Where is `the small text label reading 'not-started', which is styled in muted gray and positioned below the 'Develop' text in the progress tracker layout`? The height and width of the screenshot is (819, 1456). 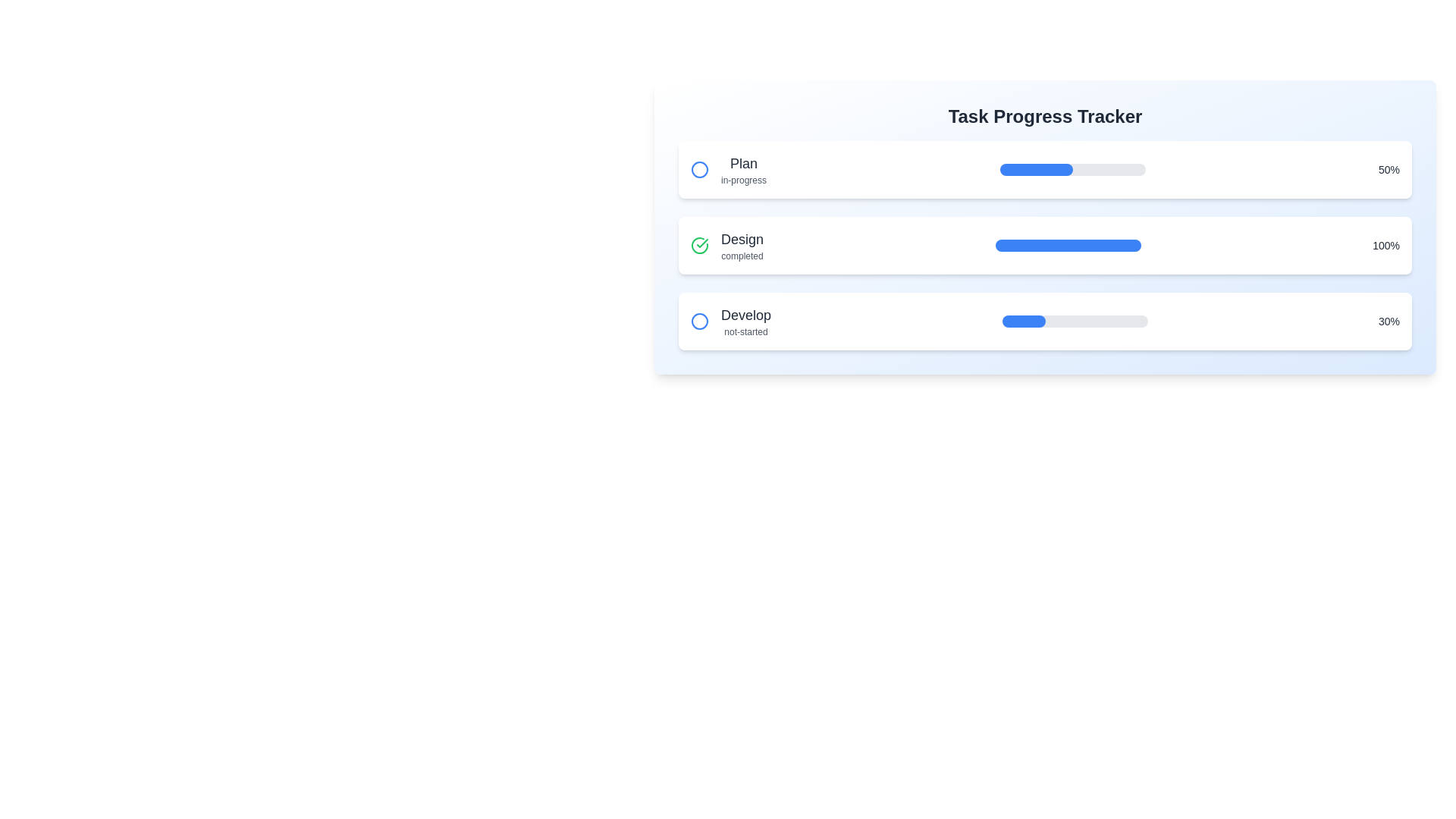 the small text label reading 'not-started', which is styled in muted gray and positioned below the 'Develop' text in the progress tracker layout is located at coordinates (745, 331).